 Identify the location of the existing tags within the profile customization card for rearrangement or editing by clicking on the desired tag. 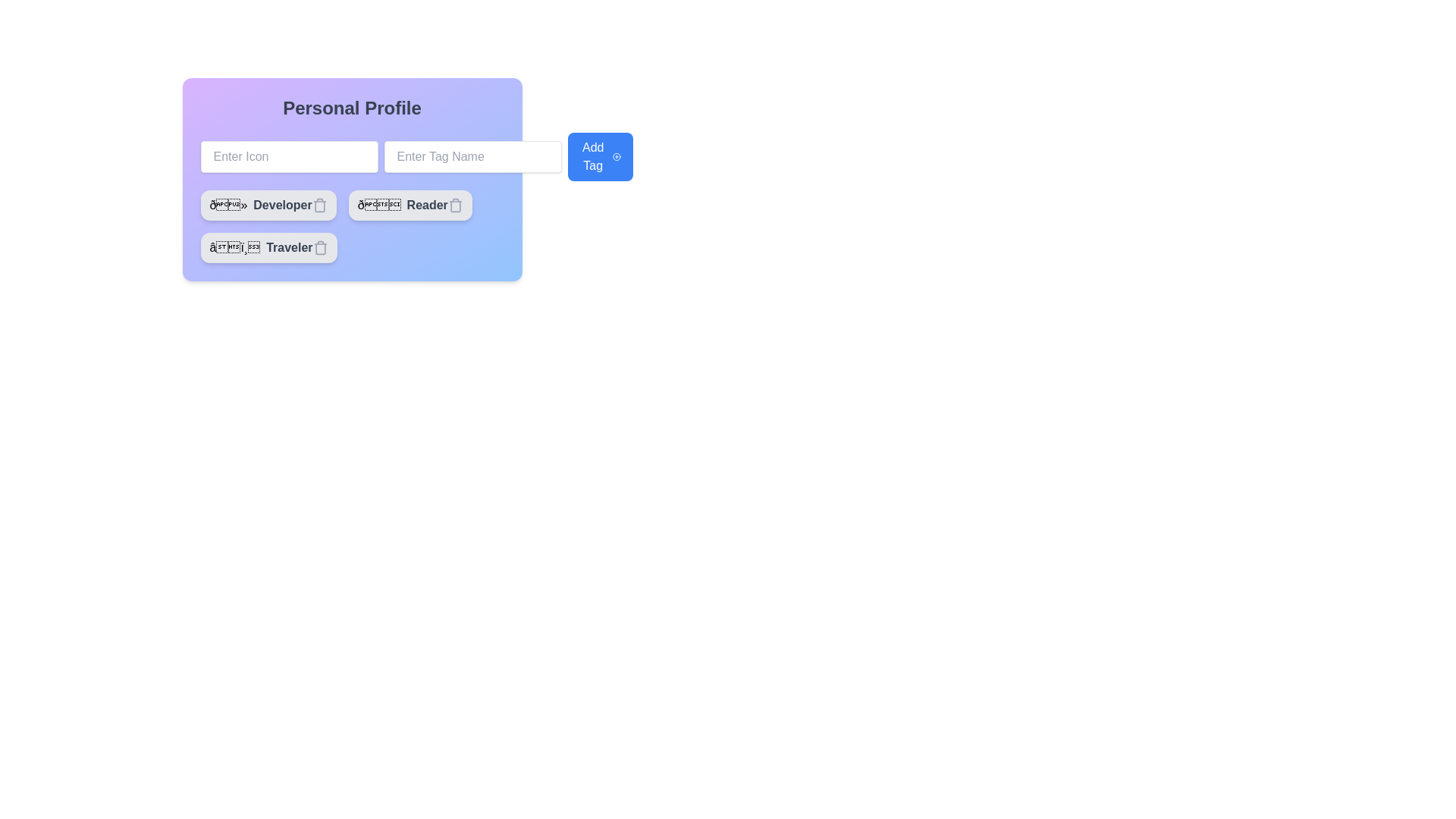
(351, 231).